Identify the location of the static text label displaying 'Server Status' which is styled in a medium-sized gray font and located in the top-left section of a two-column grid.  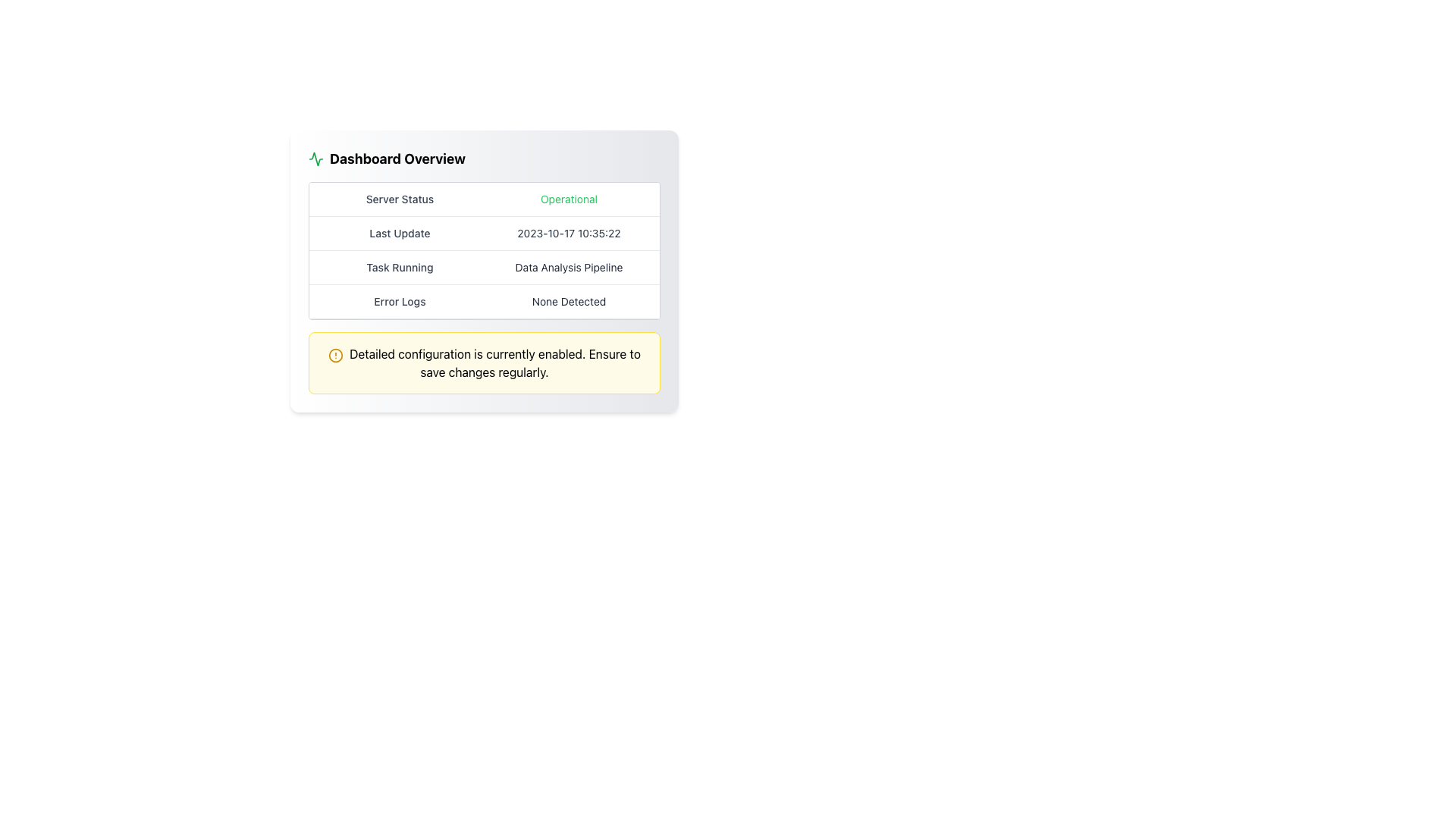
(400, 198).